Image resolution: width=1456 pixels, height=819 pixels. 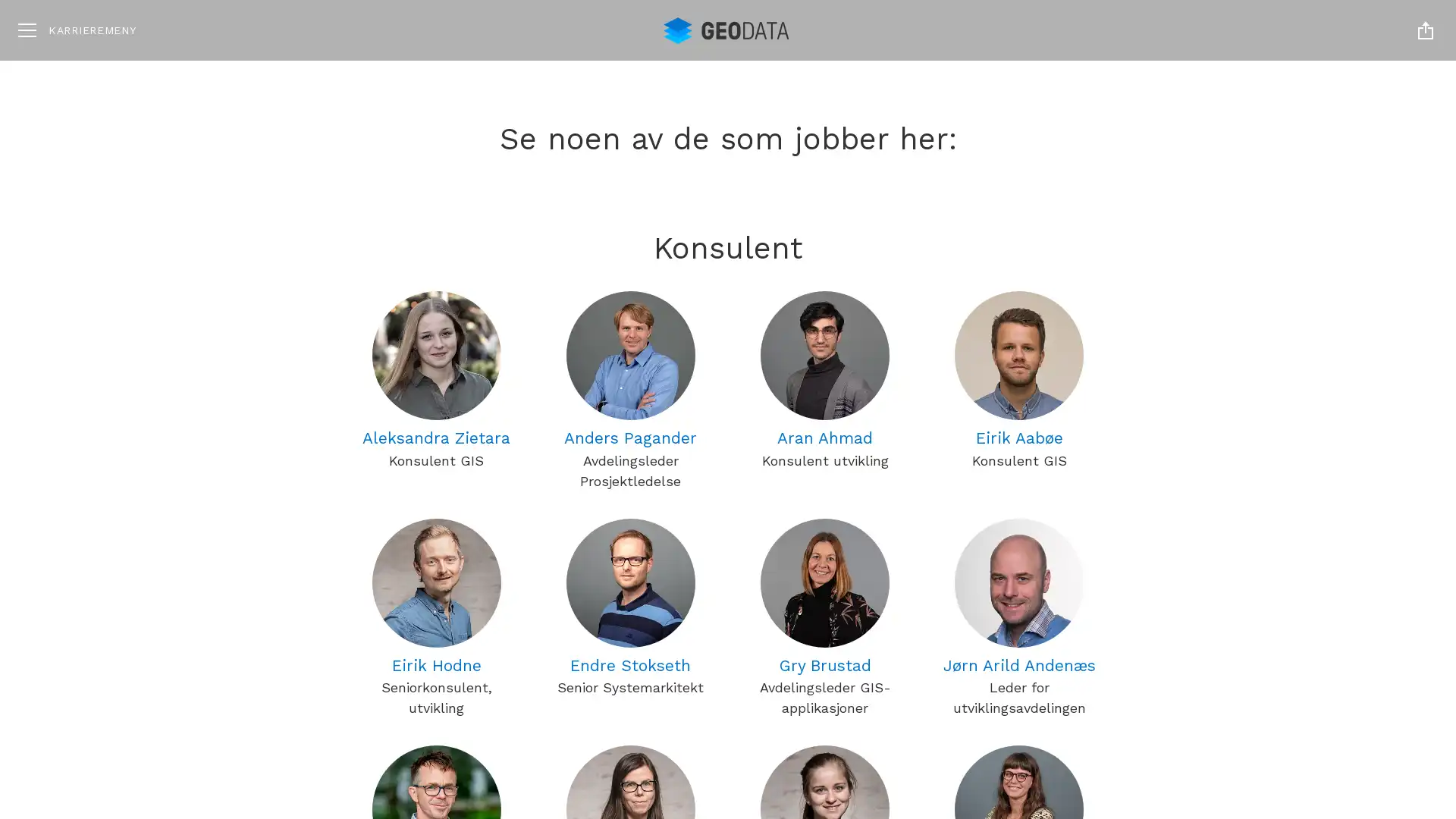 I want to click on Preferanser for informasjonskapsler, so click(x=1282, y=736).